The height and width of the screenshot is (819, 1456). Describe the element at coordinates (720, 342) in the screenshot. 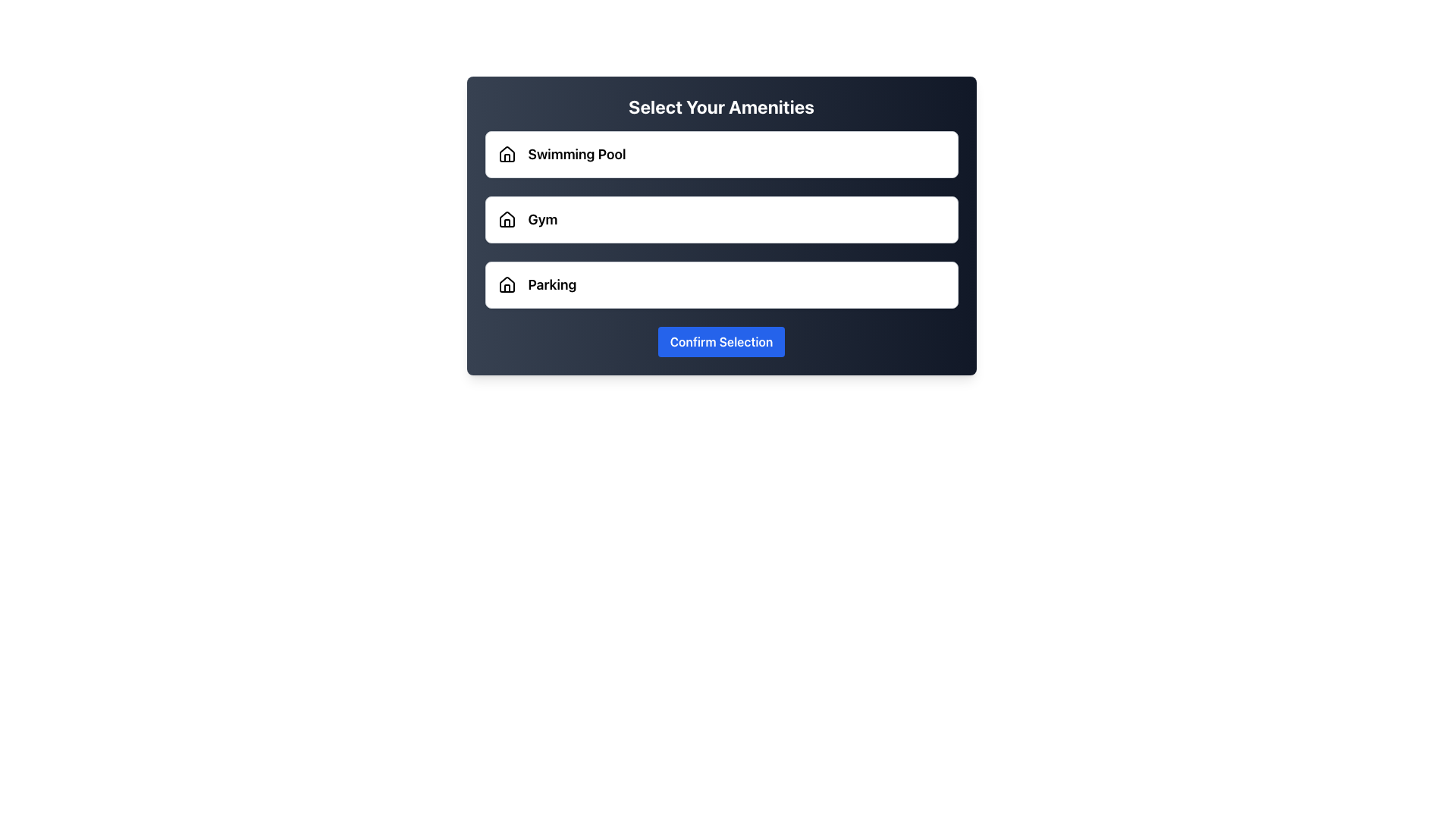

I see `the confirmation button located below the options for 'Swimming Pool', 'Gym', and 'Parking'` at that location.